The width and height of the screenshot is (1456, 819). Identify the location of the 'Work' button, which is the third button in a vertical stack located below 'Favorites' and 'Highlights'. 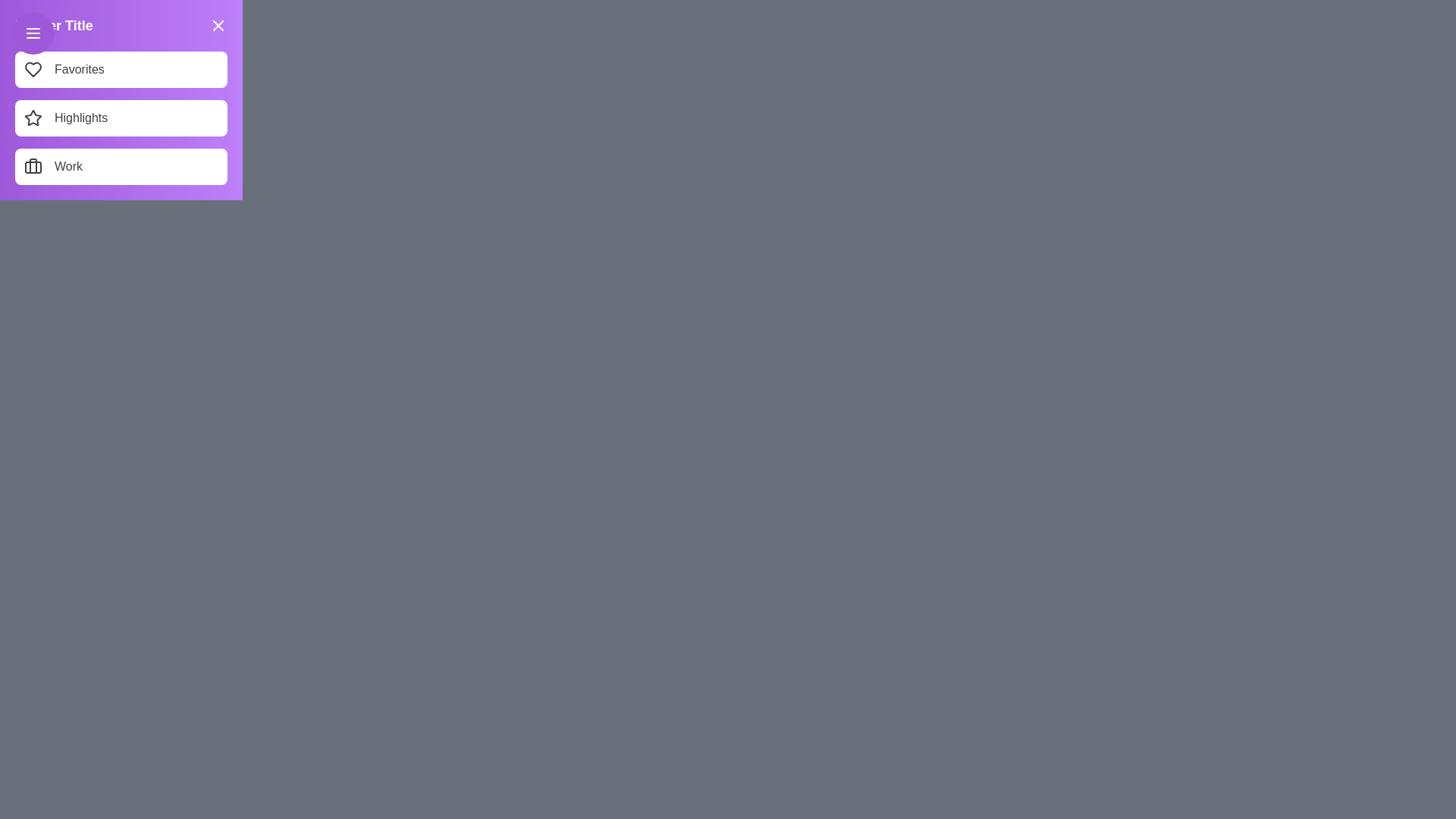
(120, 166).